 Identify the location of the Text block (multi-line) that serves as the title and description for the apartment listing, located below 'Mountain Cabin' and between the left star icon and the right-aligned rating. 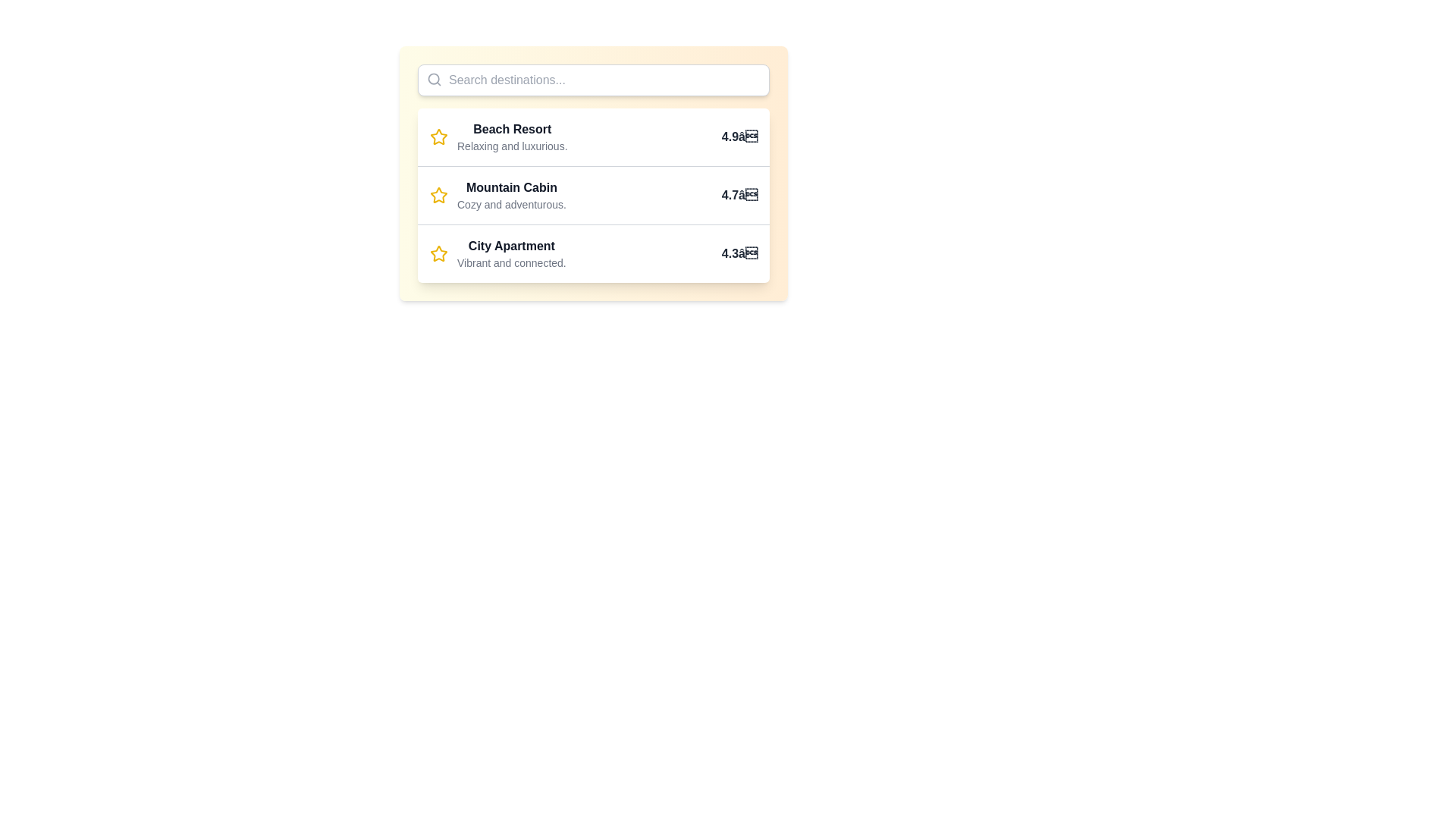
(511, 253).